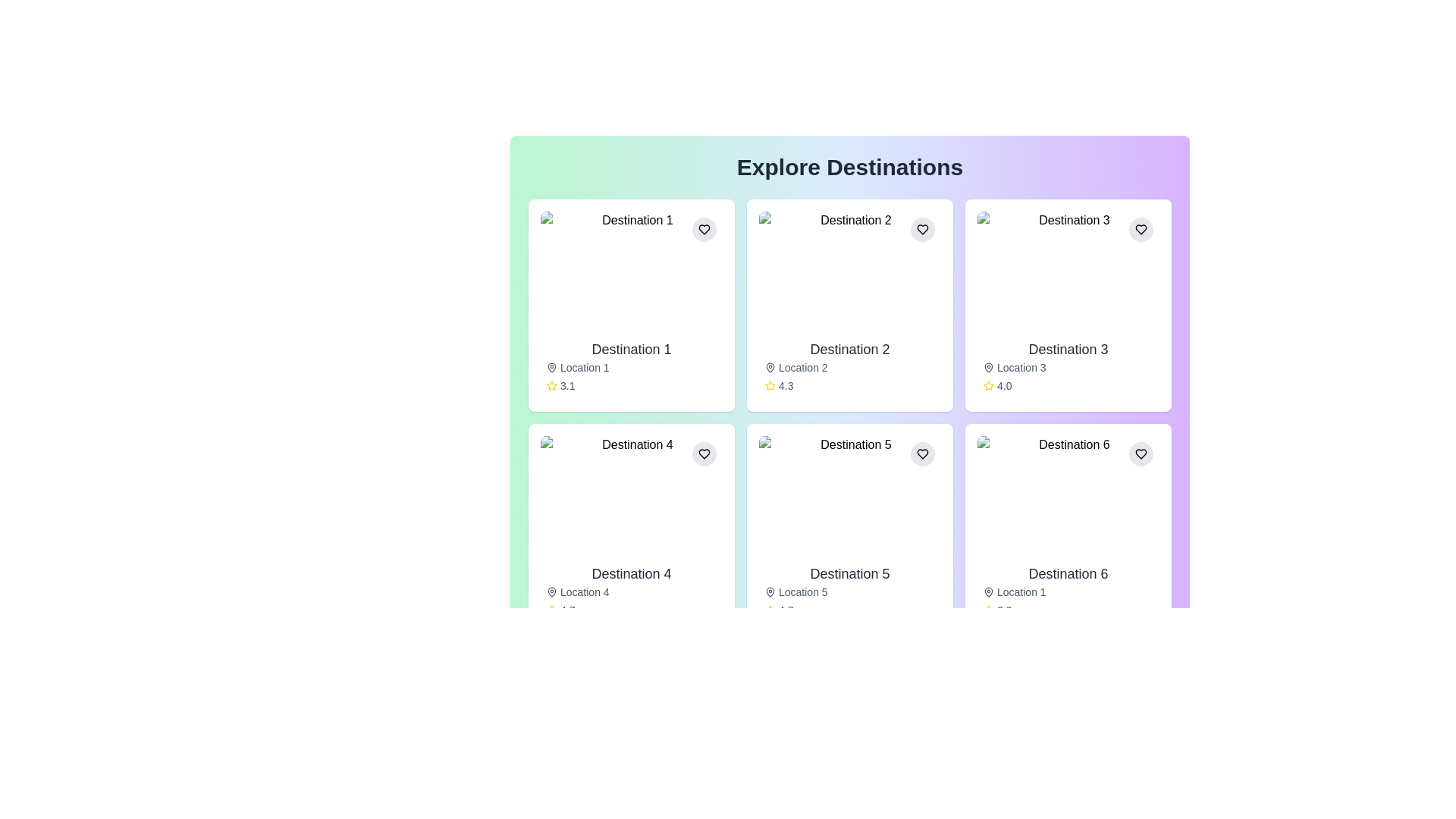 This screenshot has height=819, width=1456. I want to click on the yellow star icon, which serves as a rating indicator, located next to the numerical rating text '4.0' in the rating section of the card for 'Destination 3', so click(989, 385).